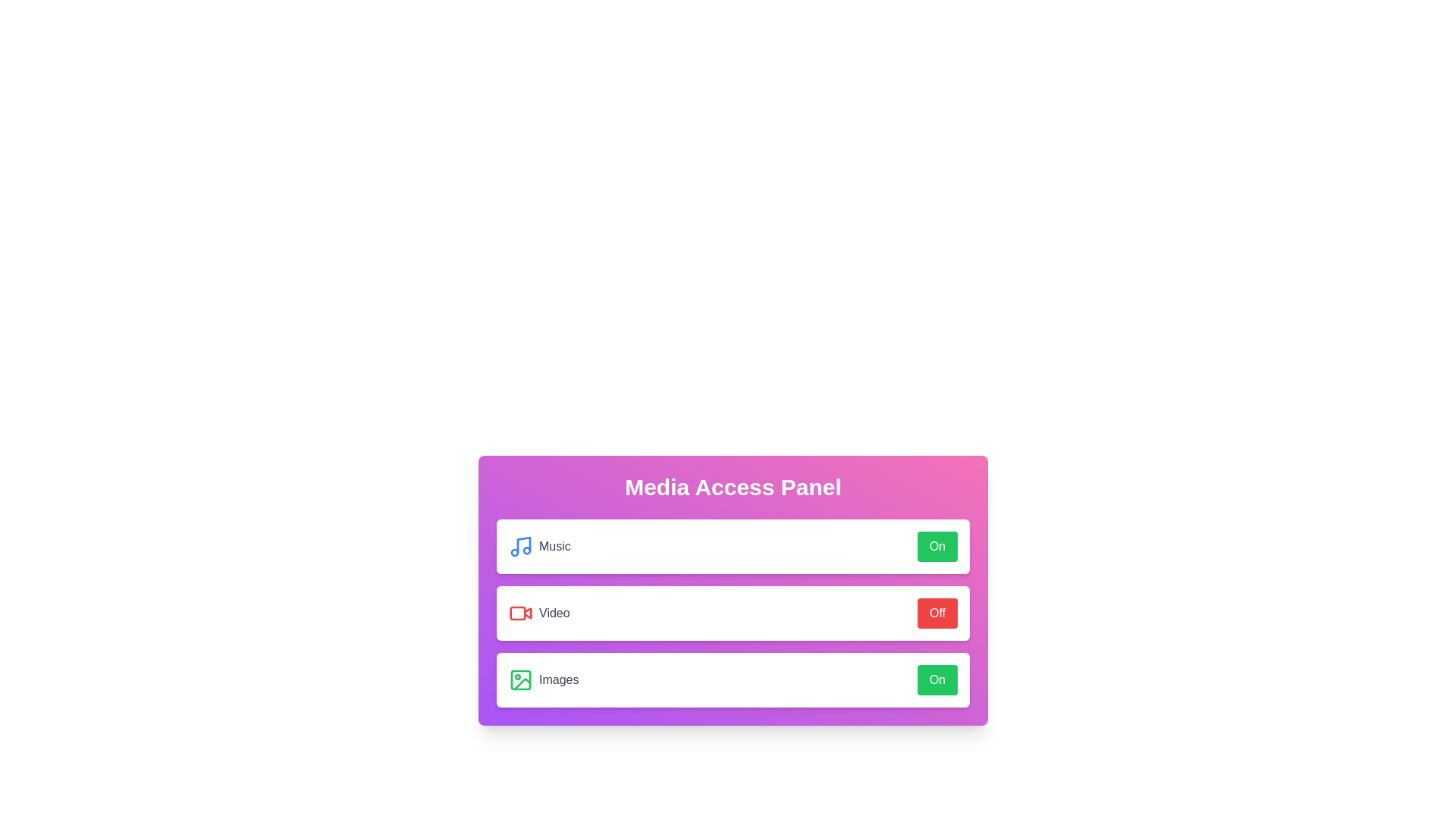 Image resolution: width=1456 pixels, height=819 pixels. Describe the element at coordinates (538, 613) in the screenshot. I see `the media type text Video for inspection` at that location.